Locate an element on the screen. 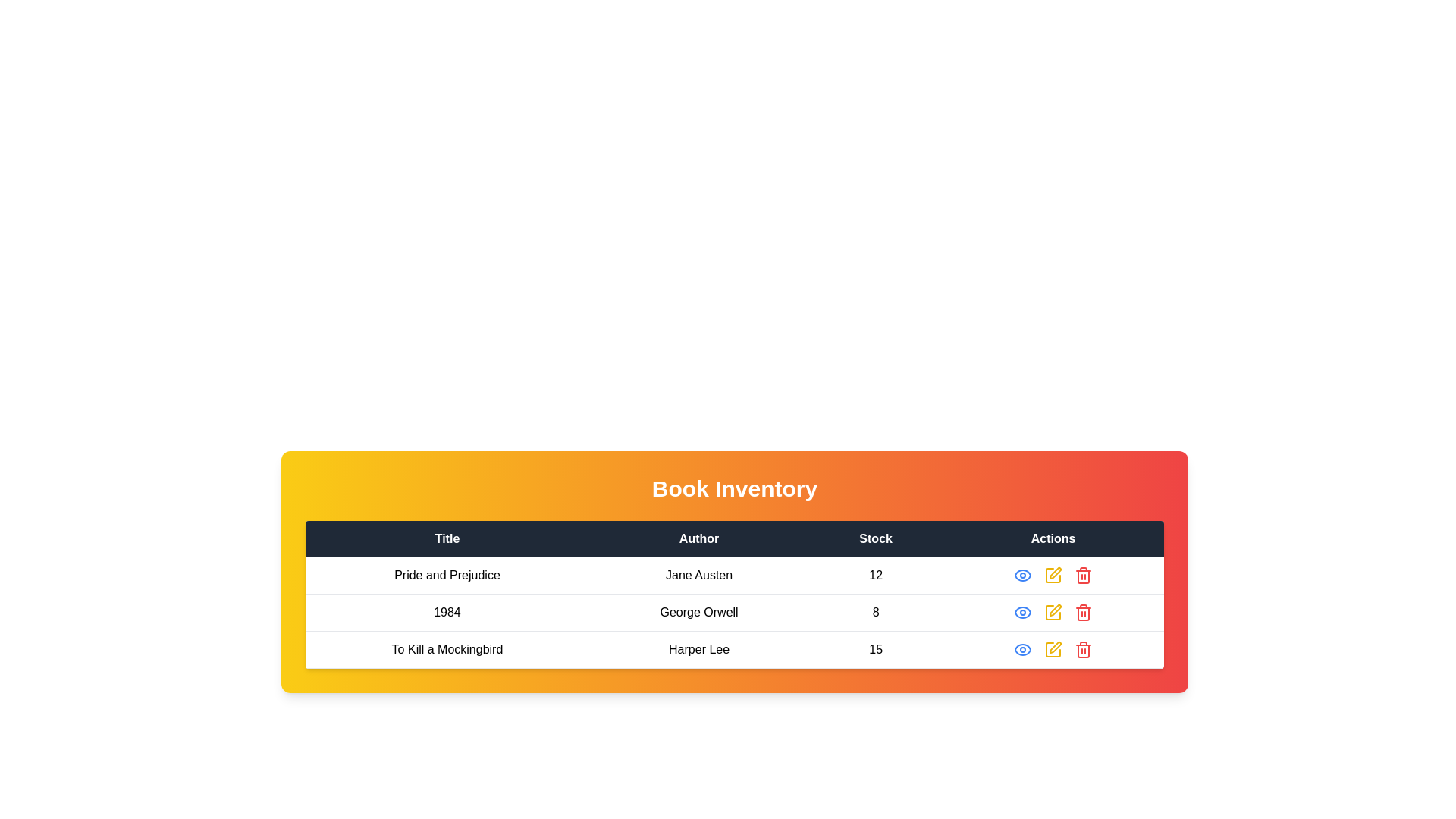 The image size is (1456, 819). the text label element displaying 'Pride and Prejudice', which is located in the first row under the 'Title' column of the table layout is located at coordinates (447, 576).